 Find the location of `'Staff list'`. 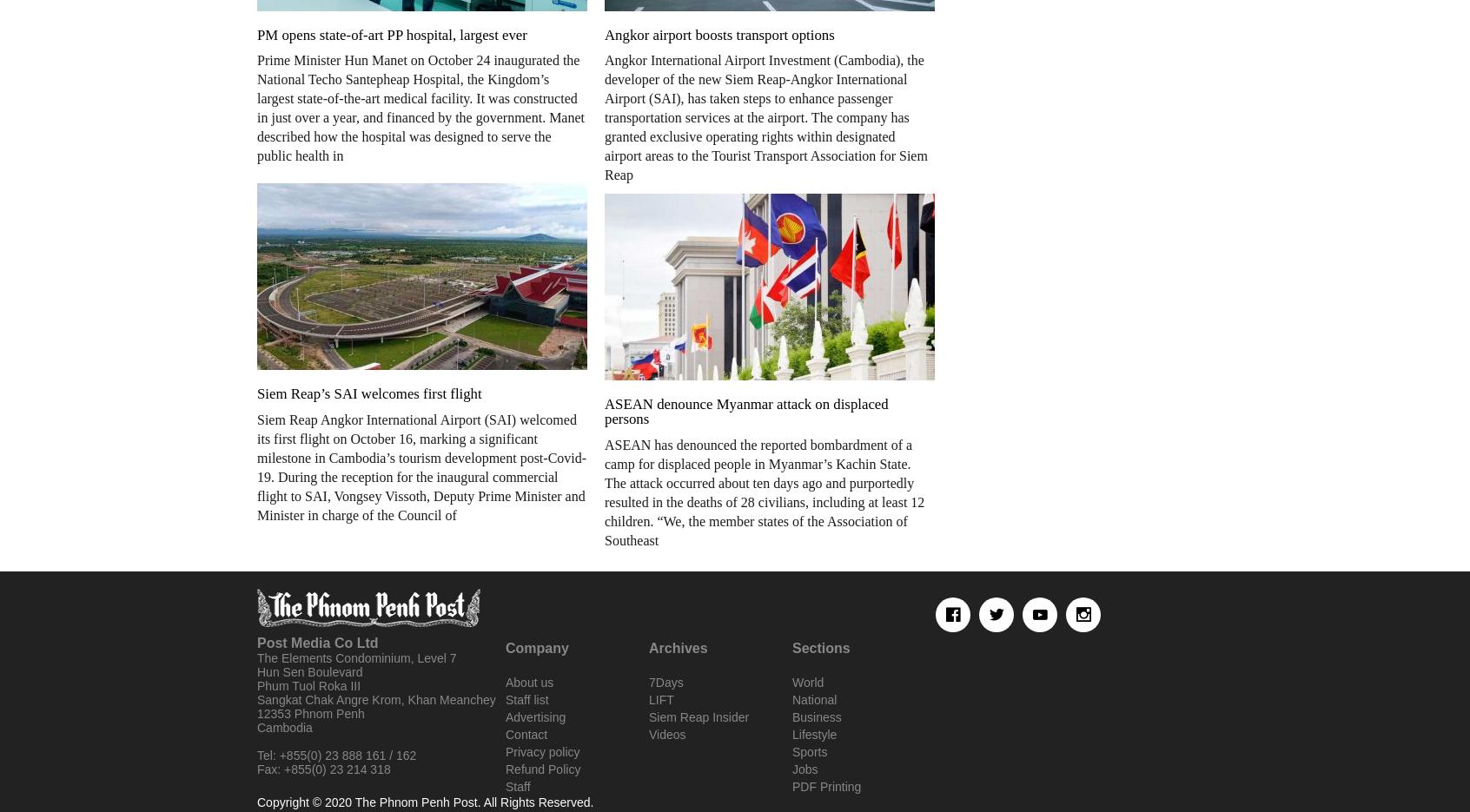

'Staff list' is located at coordinates (505, 698).